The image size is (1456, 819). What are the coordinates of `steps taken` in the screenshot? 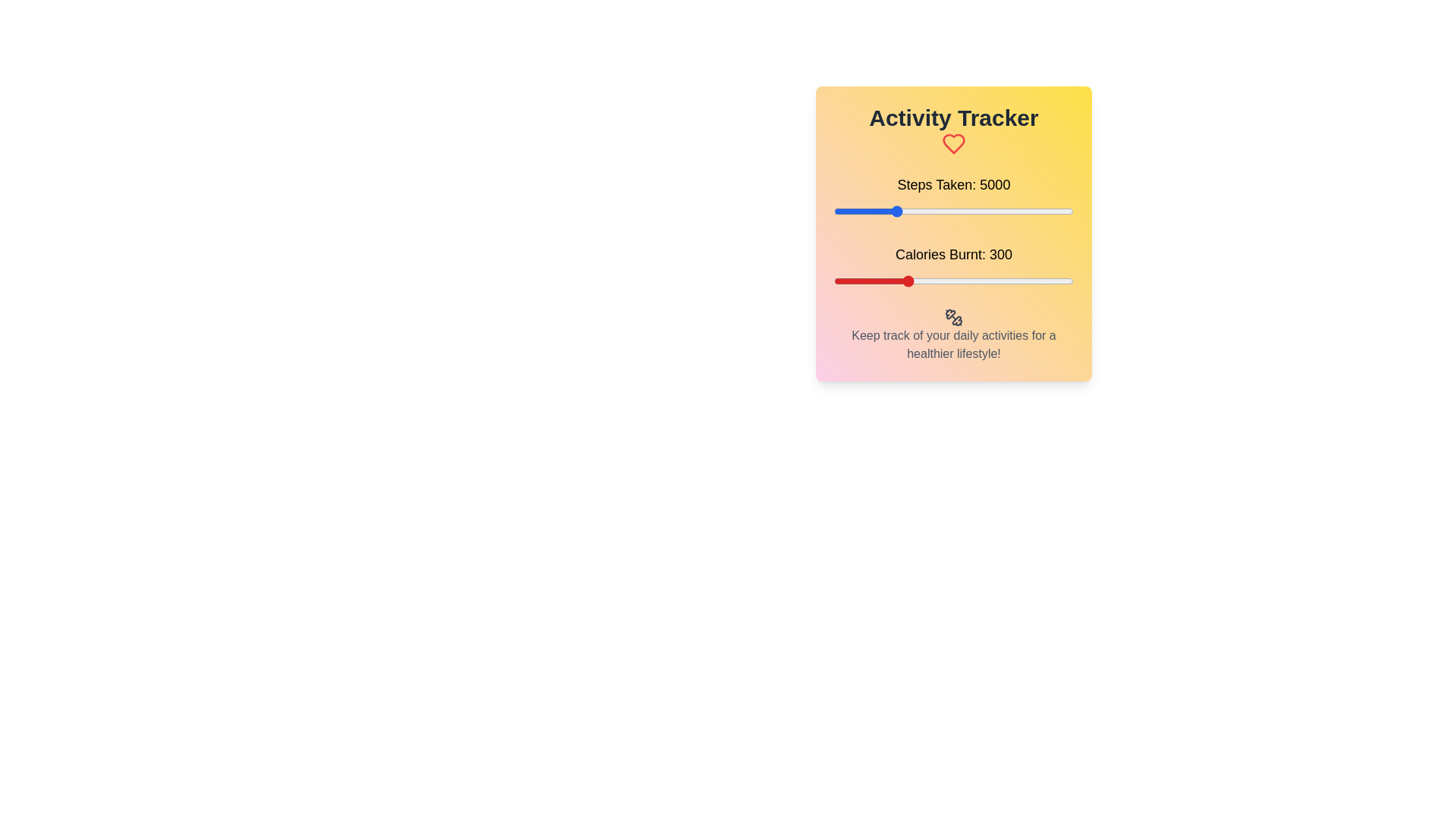 It's located at (856, 211).